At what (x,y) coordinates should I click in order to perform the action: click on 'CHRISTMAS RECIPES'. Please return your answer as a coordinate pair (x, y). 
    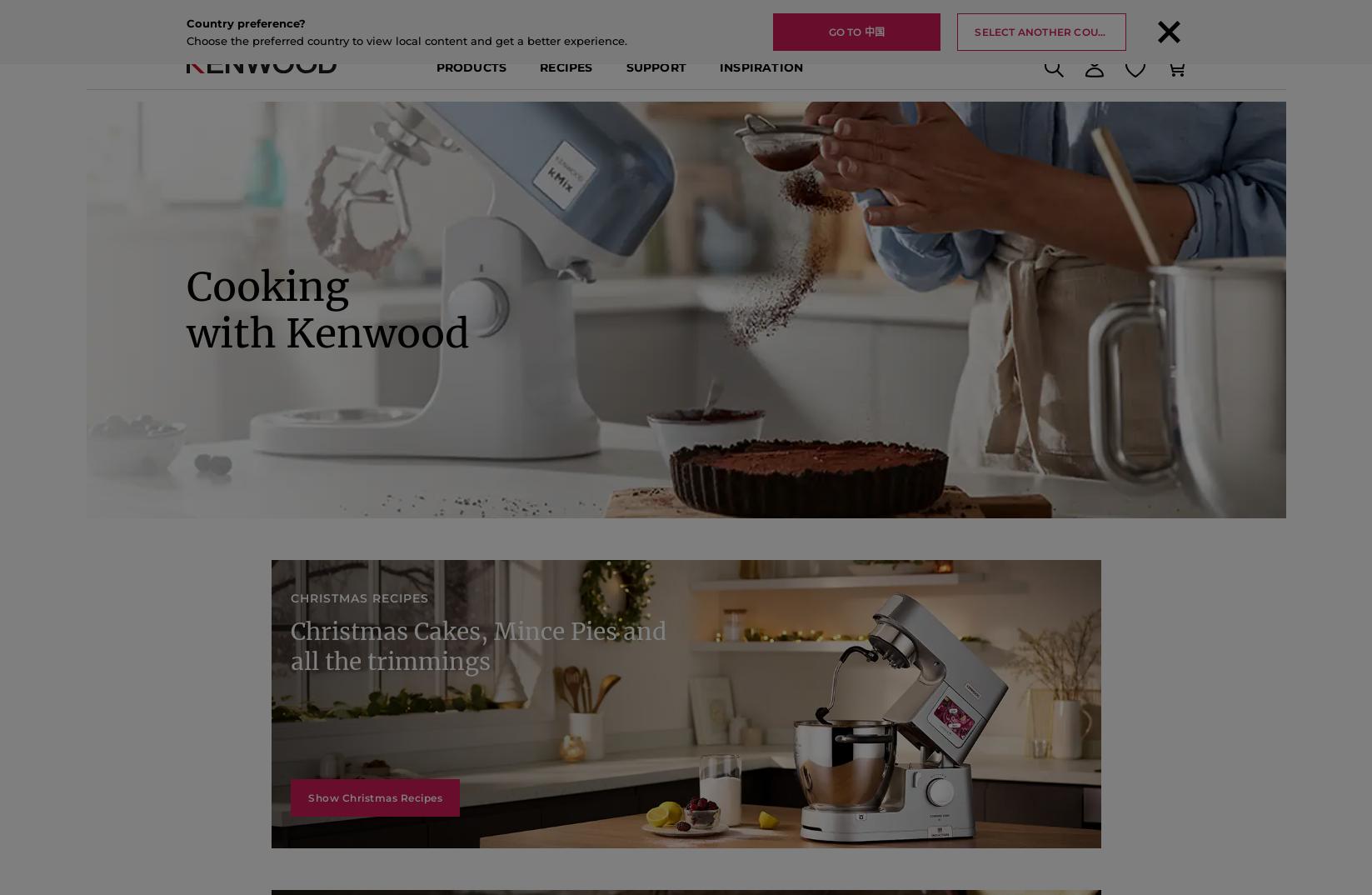
    Looking at the image, I should click on (302, 650).